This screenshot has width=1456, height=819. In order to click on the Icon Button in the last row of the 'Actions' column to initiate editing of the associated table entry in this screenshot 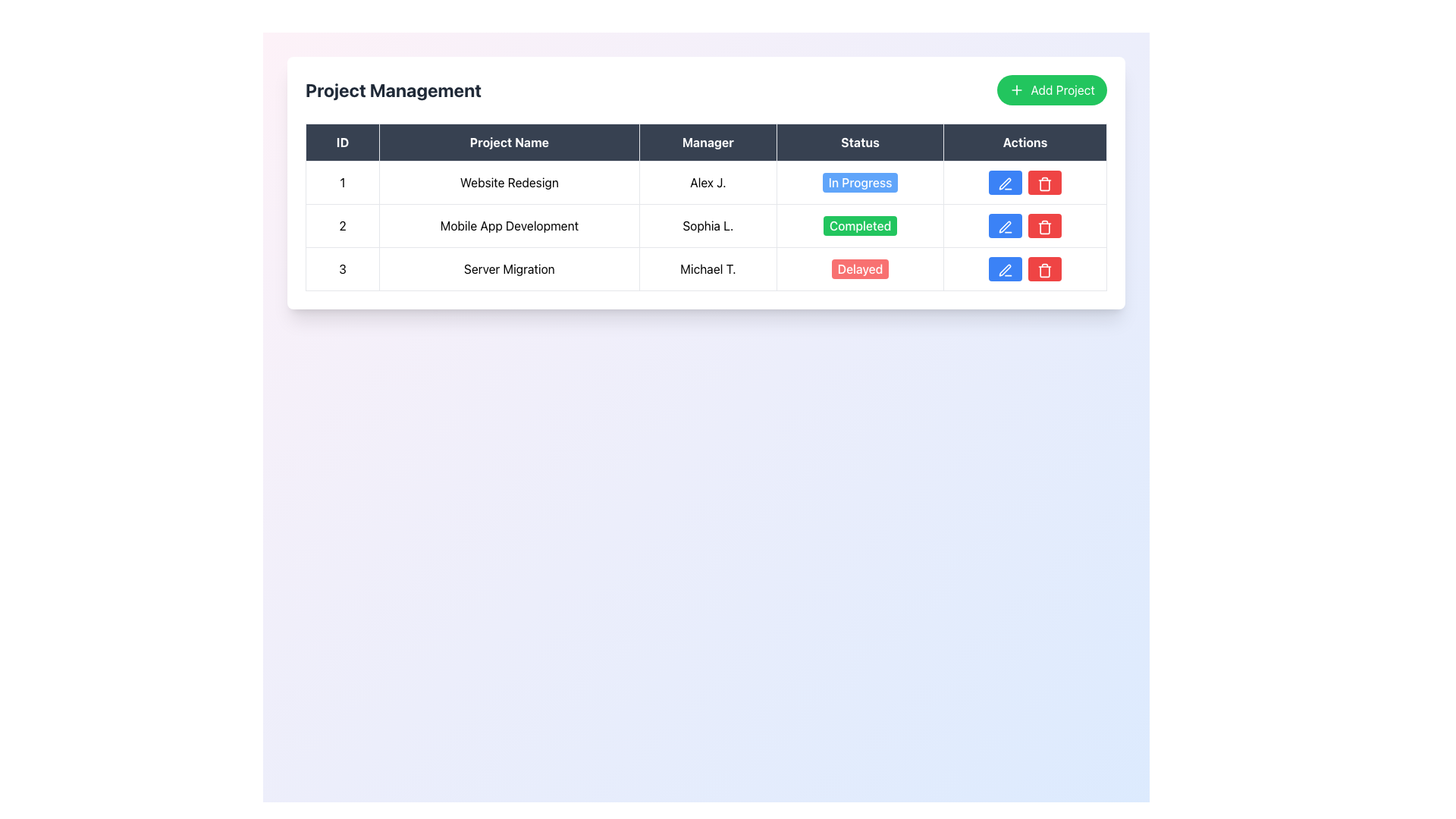, I will do `click(1006, 269)`.